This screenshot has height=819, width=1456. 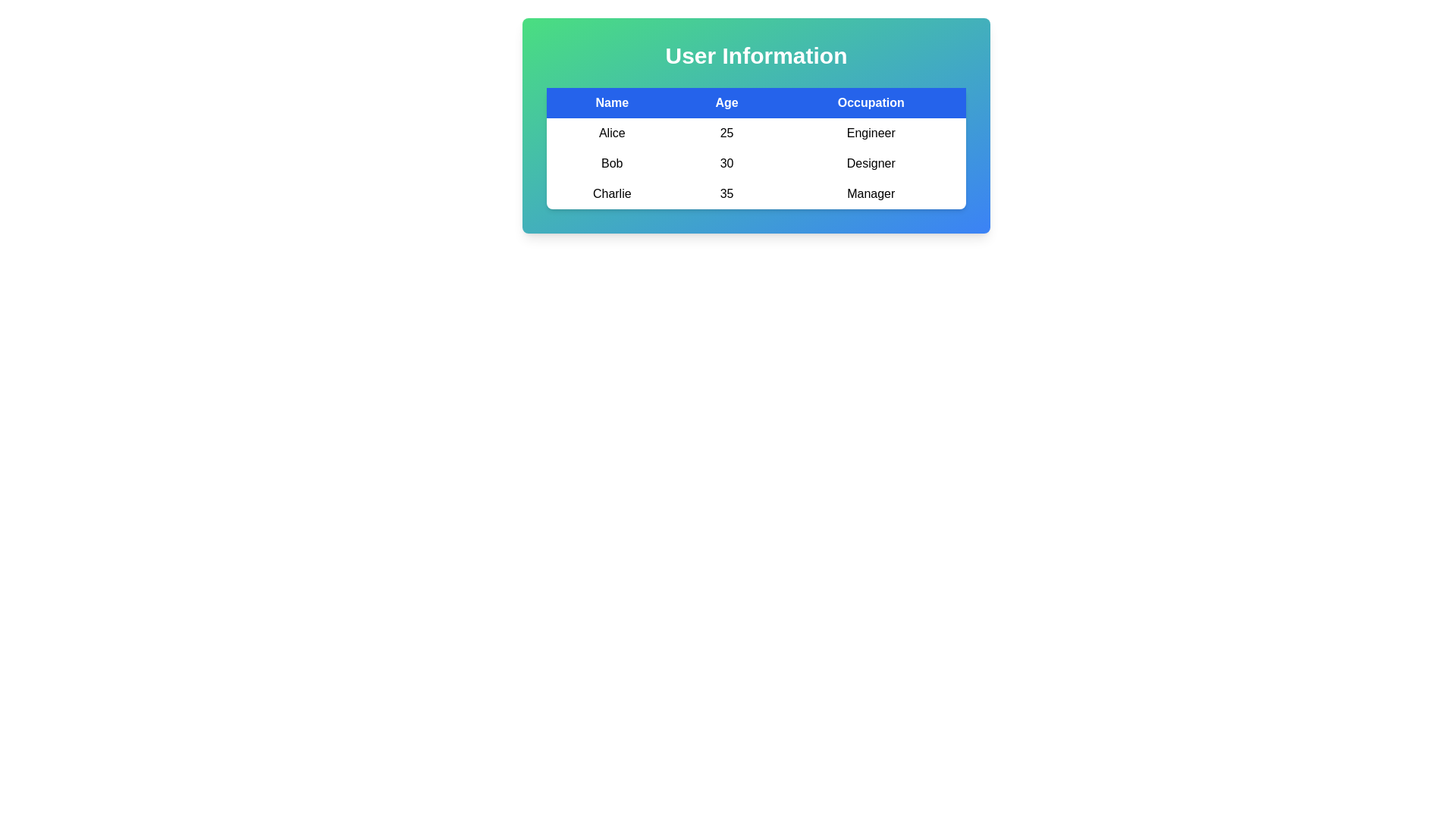 What do you see at coordinates (871, 102) in the screenshot?
I see `text from the header cell labeled 'Occupation', which is displayed in a white font on a solid blue background, positioned as the third column in the table header row` at bounding box center [871, 102].